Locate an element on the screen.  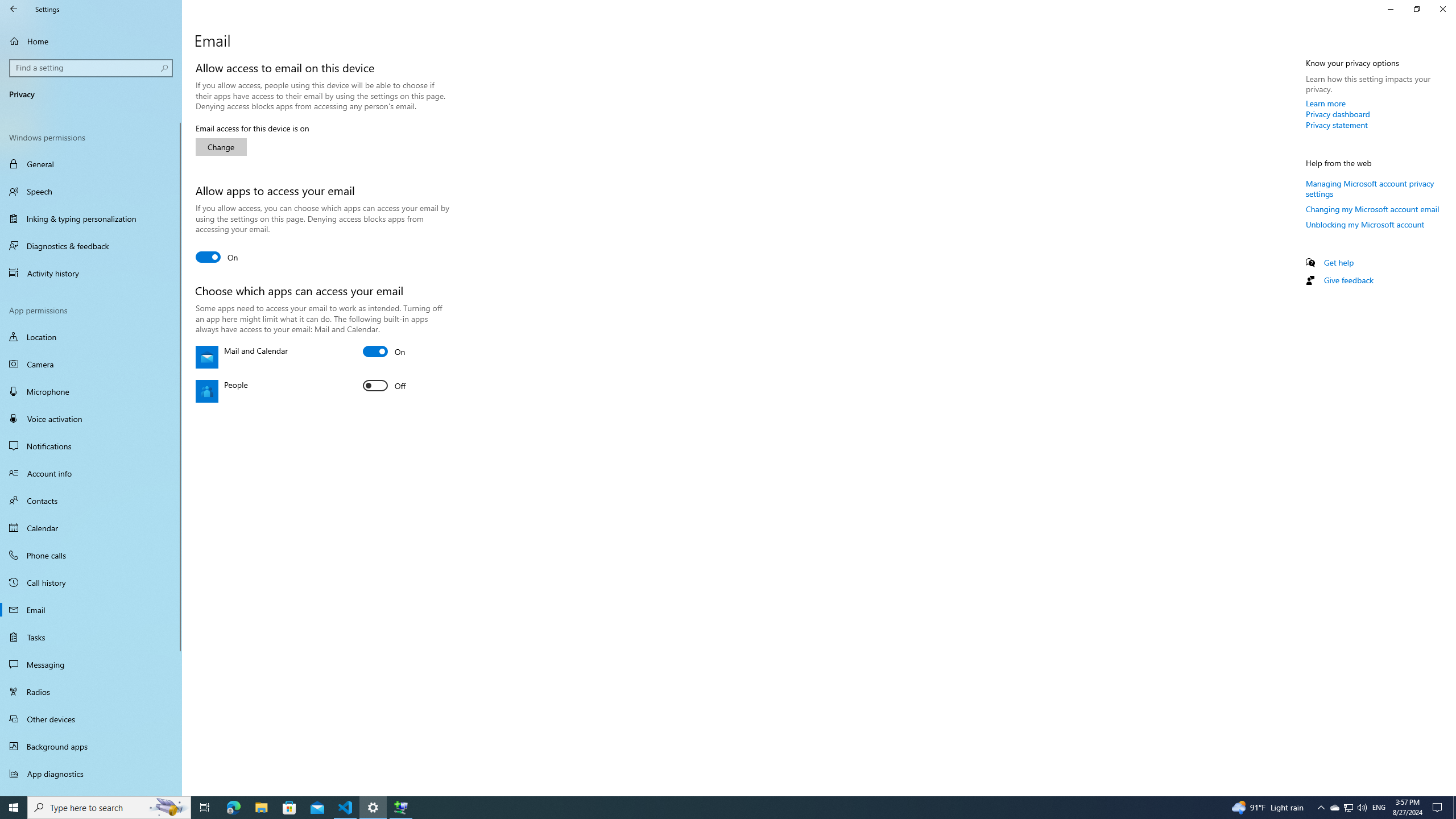
'Search box, Find a setting' is located at coordinates (91, 67).